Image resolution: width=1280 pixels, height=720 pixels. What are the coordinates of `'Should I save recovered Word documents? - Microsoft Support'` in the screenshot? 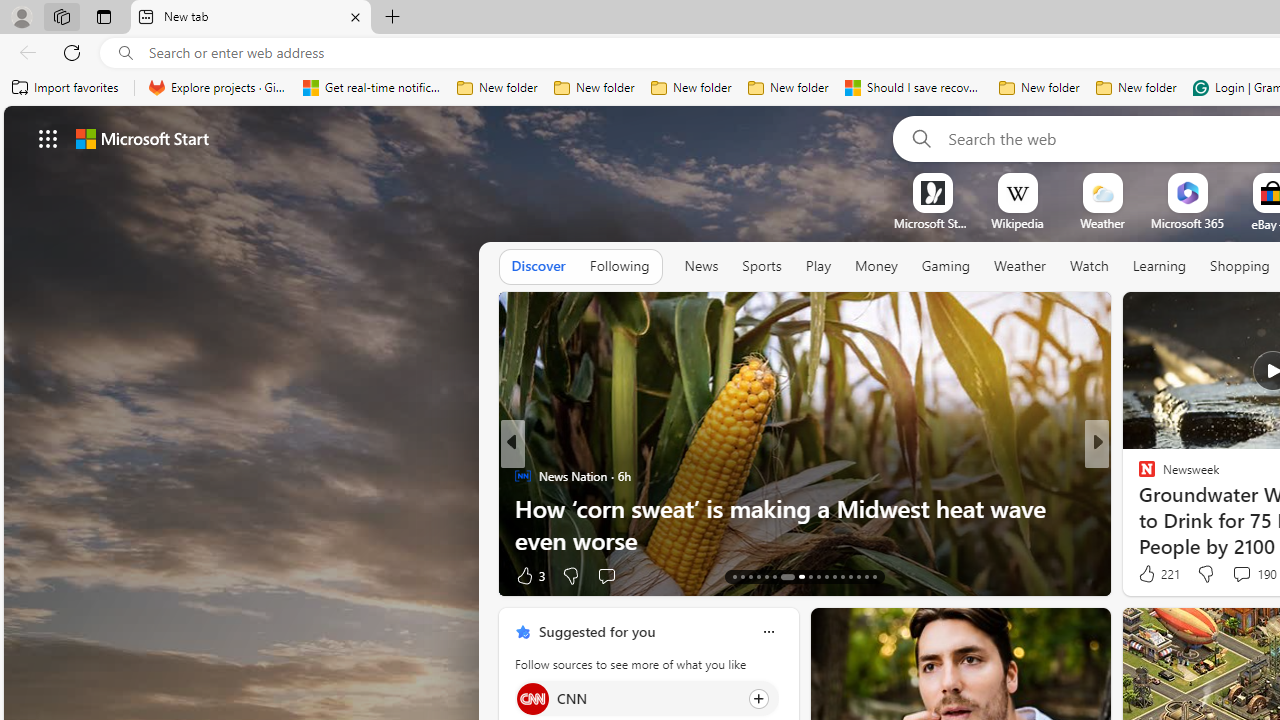 It's located at (912, 87).